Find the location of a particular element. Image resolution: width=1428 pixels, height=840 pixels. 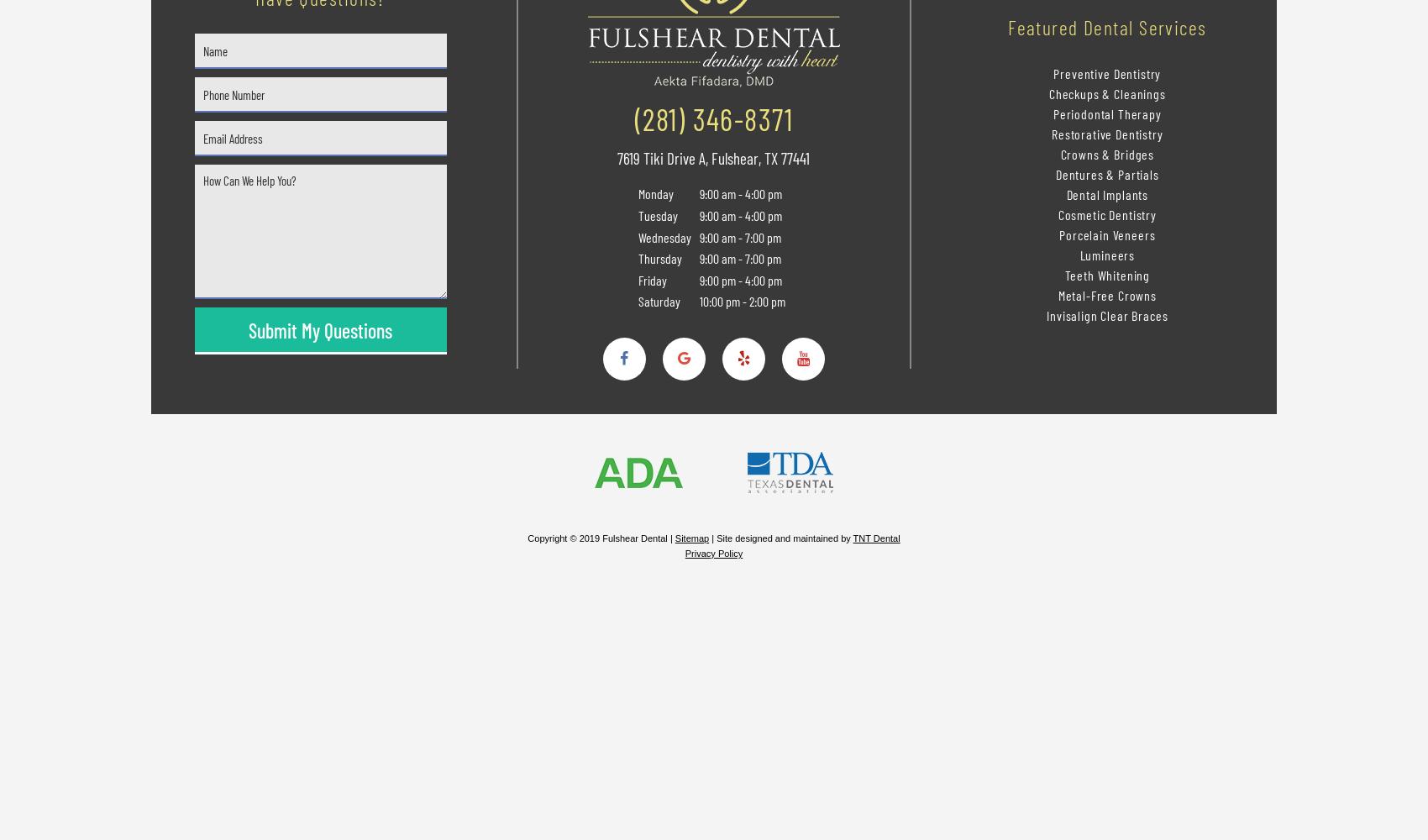

'9:00 pm - 4:00 pm' is located at coordinates (738, 278).